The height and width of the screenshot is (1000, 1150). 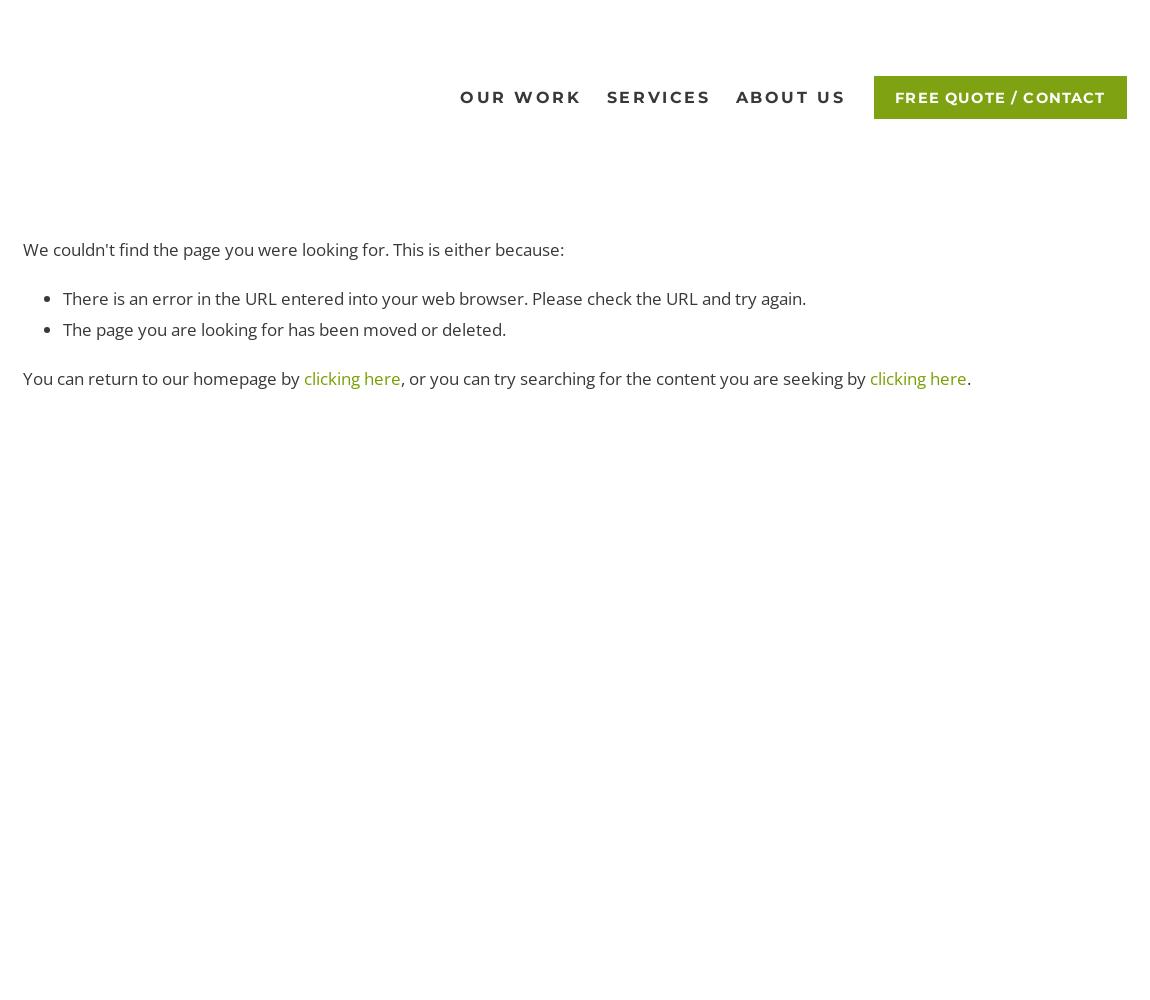 What do you see at coordinates (605, 95) in the screenshot?
I see `'Services'` at bounding box center [605, 95].